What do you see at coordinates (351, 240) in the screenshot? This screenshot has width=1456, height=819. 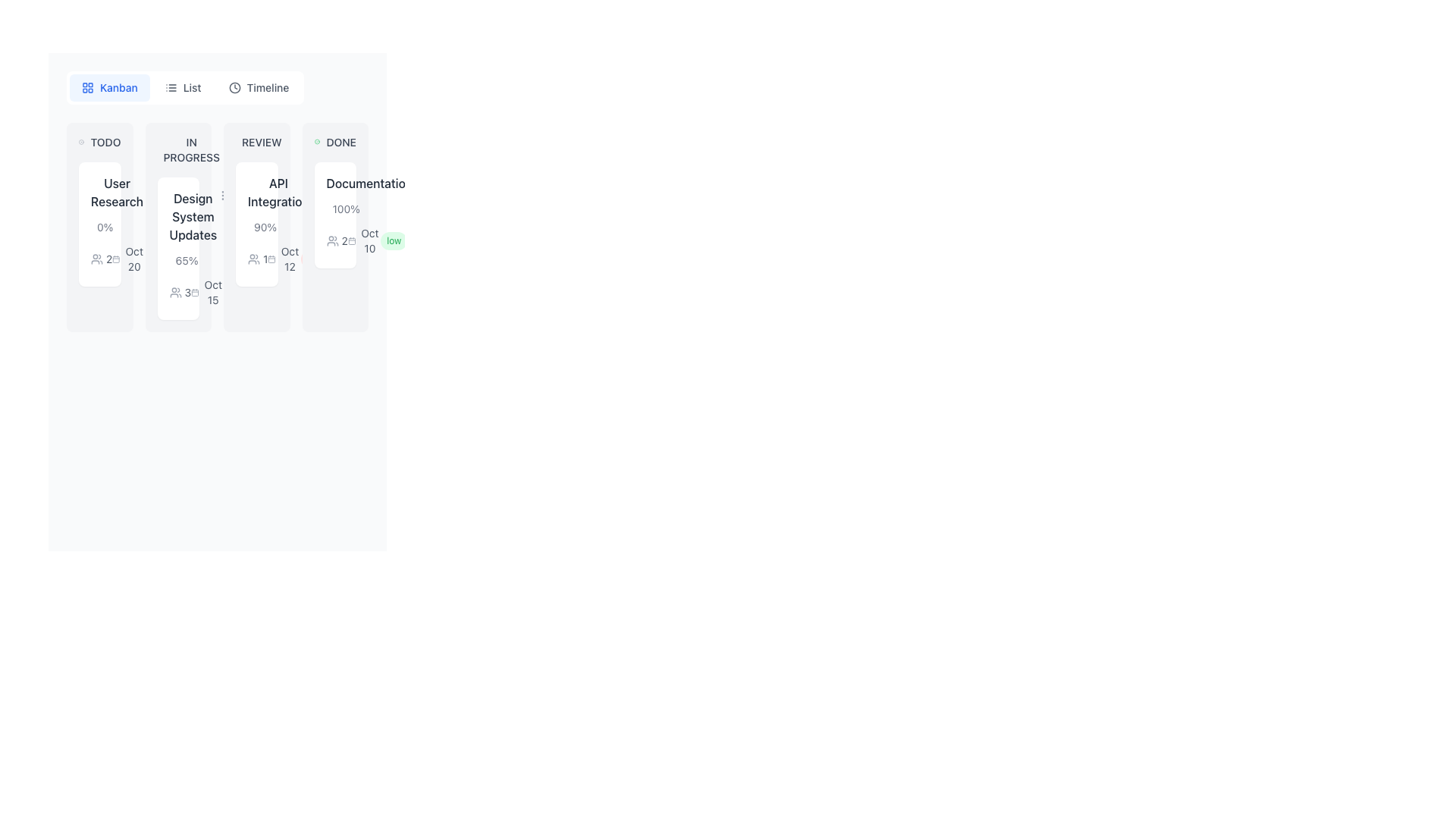 I see `the date indicator icon located to the left of the date label 'Oct 10' within the 'Done' category card in the Kanban-style display` at bounding box center [351, 240].